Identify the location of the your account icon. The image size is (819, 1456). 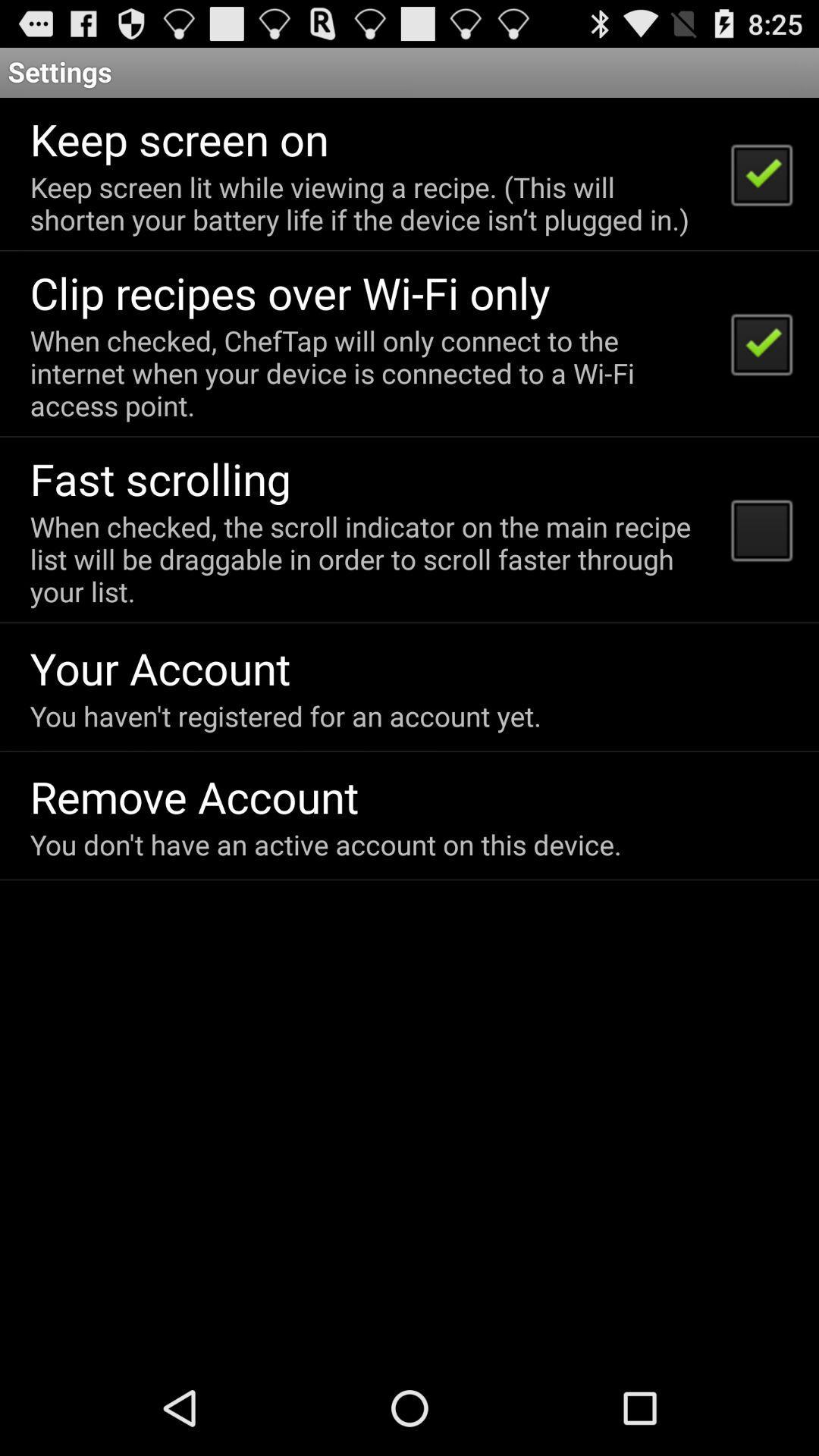
(160, 667).